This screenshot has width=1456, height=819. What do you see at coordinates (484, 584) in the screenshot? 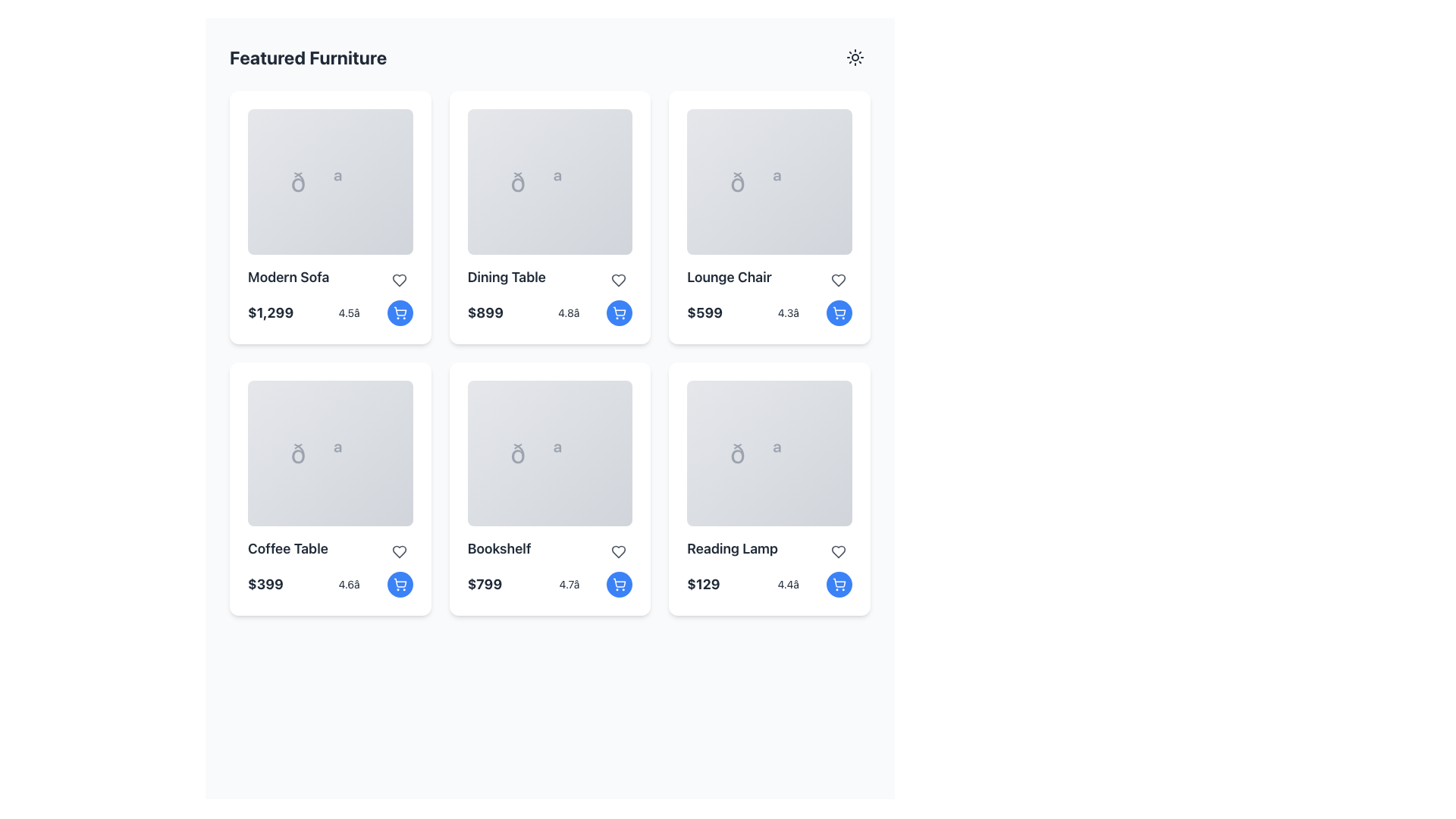
I see `the price label for the 'Bookshelf' item, which is located at the bottom-left corner of its card, preceding the rating and shopping cart icon` at bounding box center [484, 584].